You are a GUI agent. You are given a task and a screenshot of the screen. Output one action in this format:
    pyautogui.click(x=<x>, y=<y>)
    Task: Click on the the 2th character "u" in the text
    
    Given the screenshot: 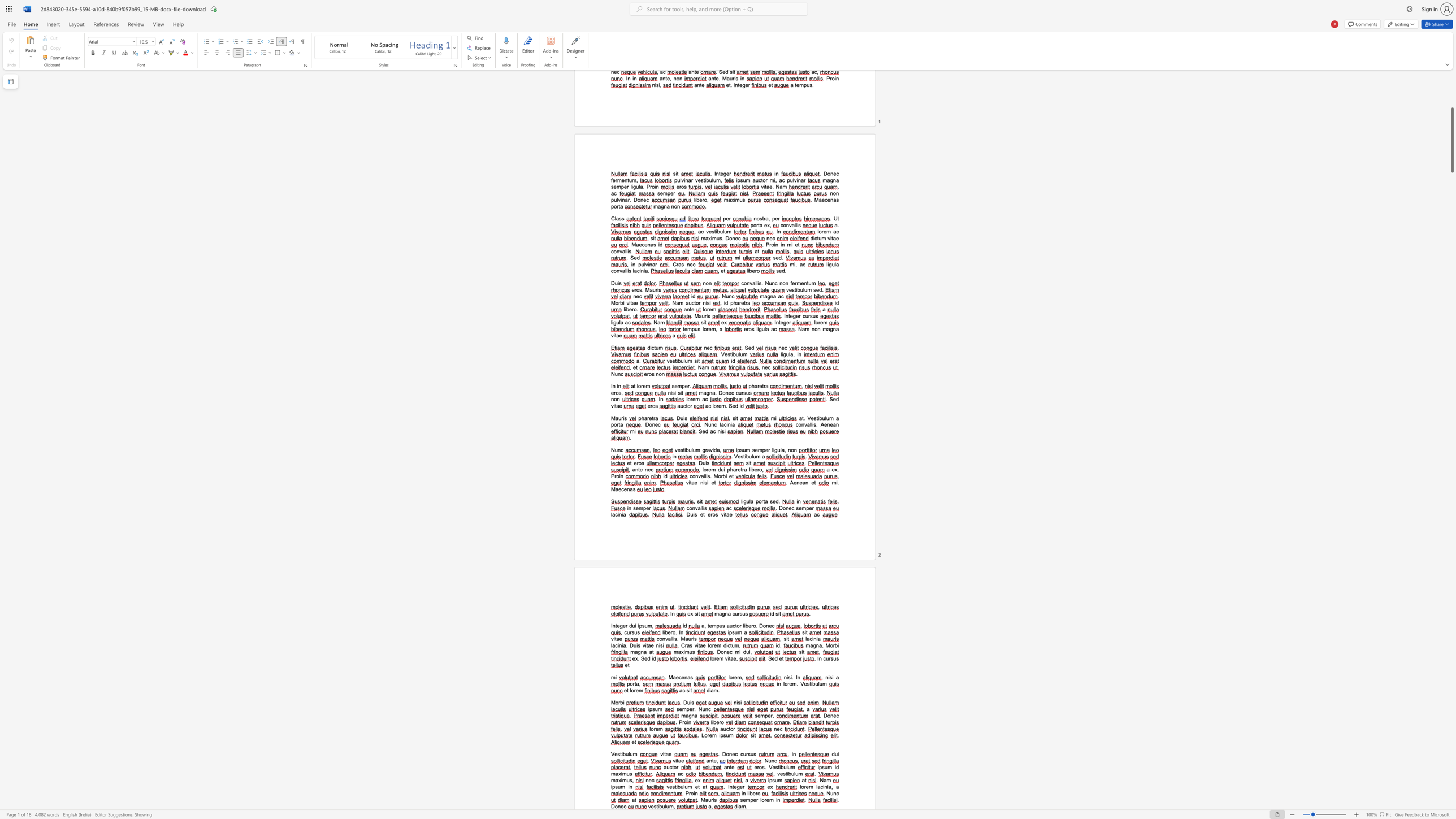 What is the action you would take?
    pyautogui.click(x=668, y=806)
    